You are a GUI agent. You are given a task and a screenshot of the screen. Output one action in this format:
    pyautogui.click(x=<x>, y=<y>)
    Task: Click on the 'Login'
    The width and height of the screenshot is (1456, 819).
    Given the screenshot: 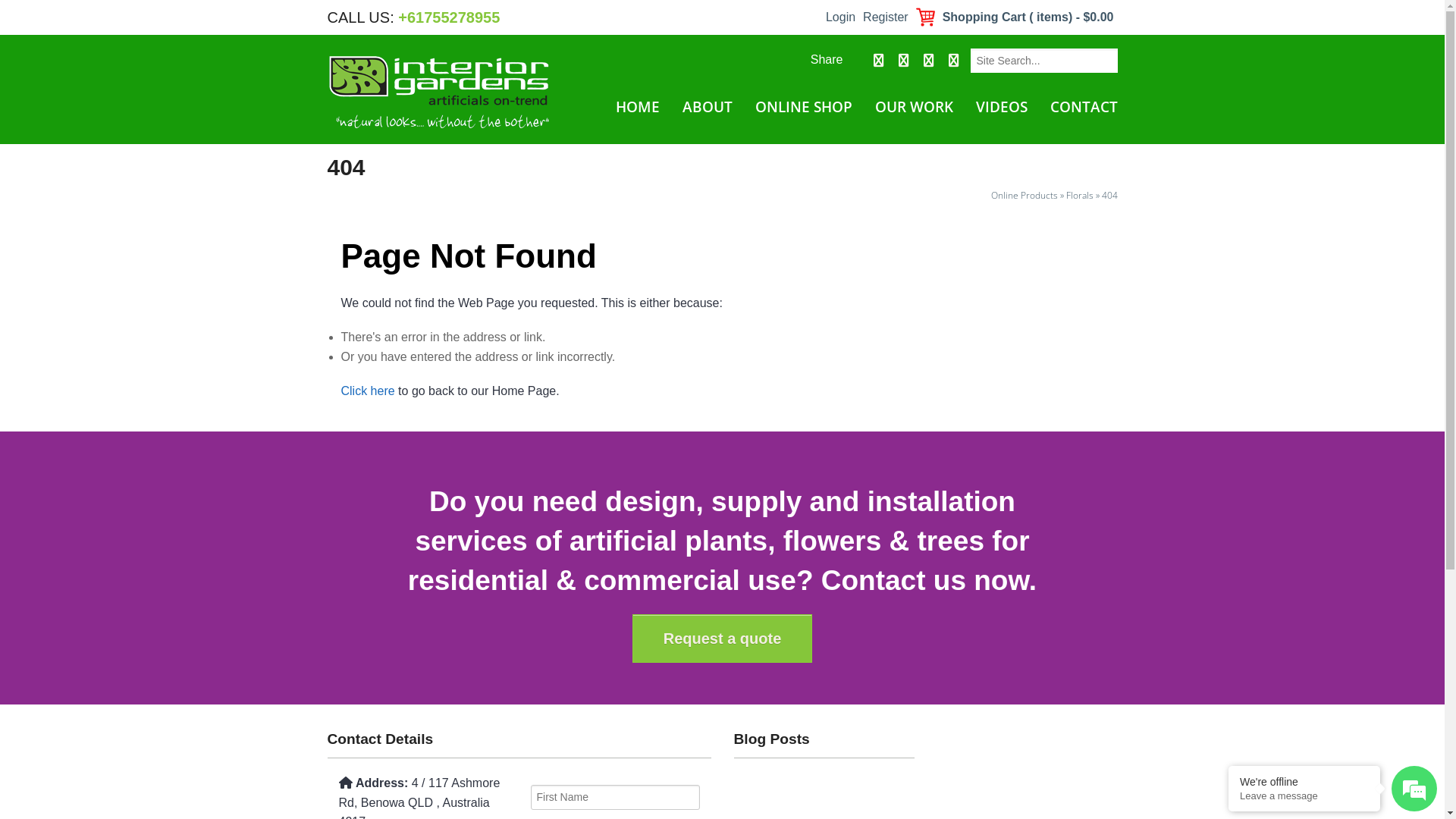 What is the action you would take?
    pyautogui.click(x=821, y=17)
    